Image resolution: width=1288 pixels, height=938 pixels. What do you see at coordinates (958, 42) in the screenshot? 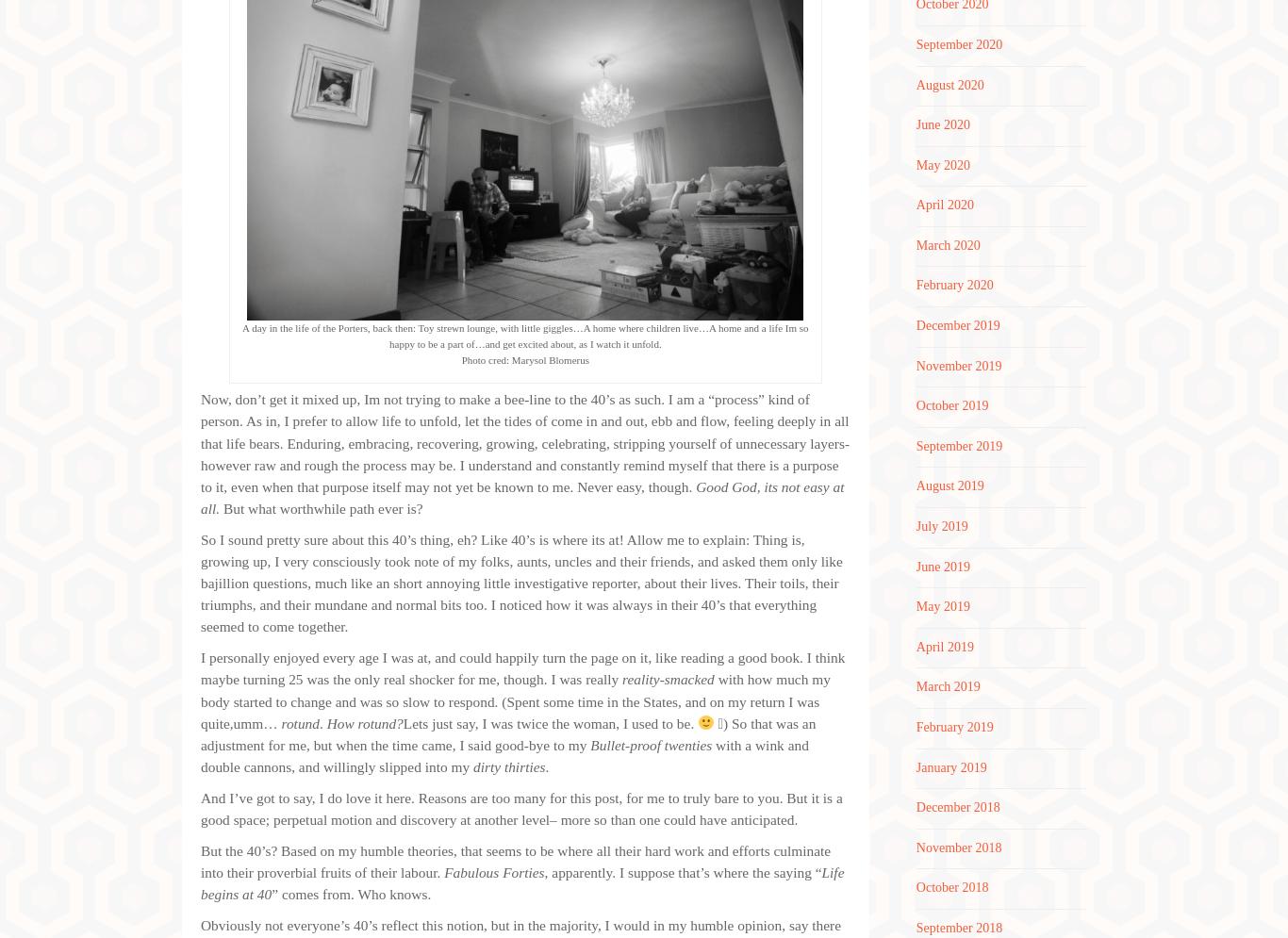
I see `'September 2020'` at bounding box center [958, 42].